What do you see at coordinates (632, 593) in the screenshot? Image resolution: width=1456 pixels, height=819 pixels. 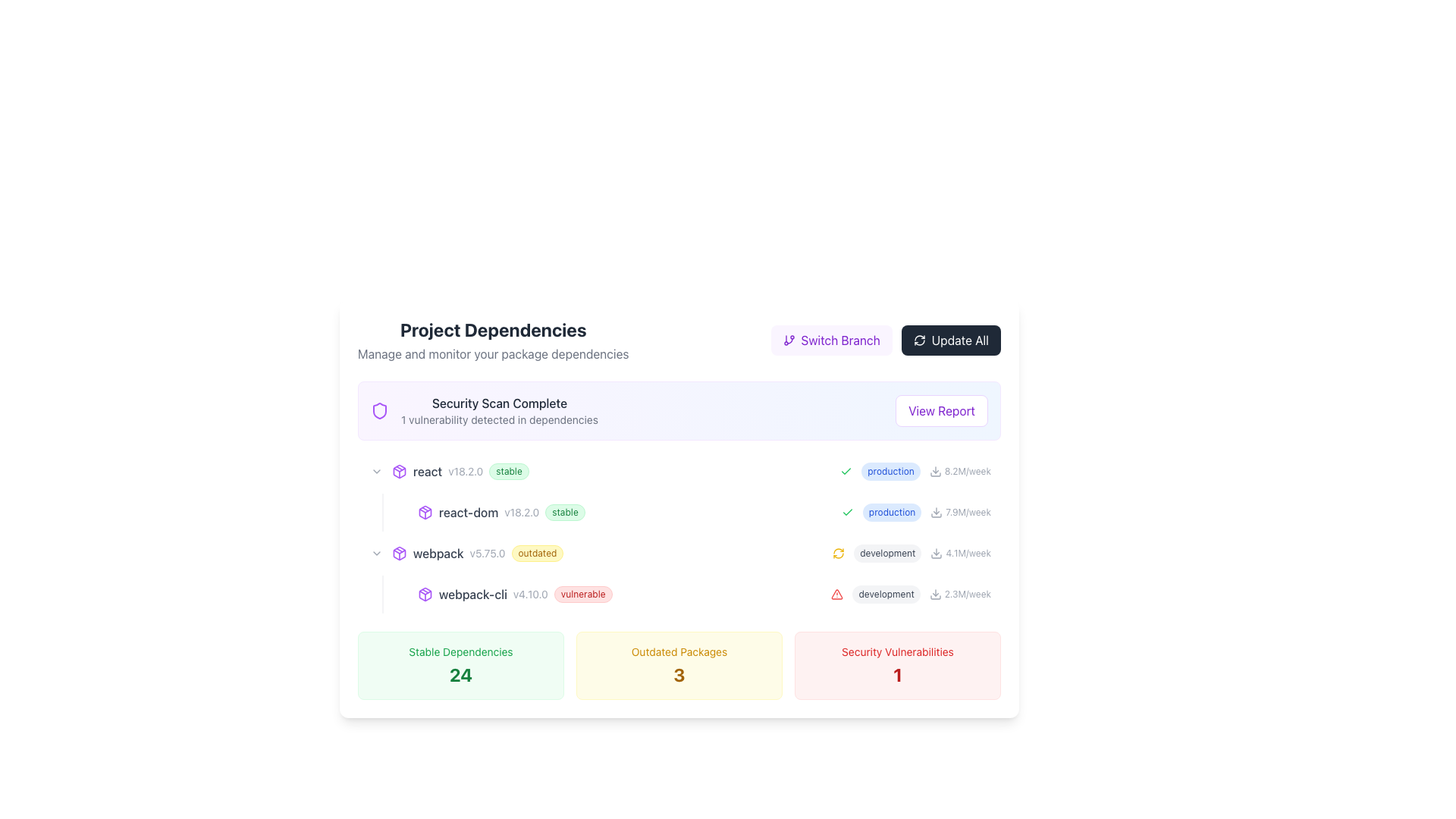 I see `information displayed on the Label which includes 'webpack-cli', 'v4.10.0', and a red 'vulnerable' tag` at bounding box center [632, 593].